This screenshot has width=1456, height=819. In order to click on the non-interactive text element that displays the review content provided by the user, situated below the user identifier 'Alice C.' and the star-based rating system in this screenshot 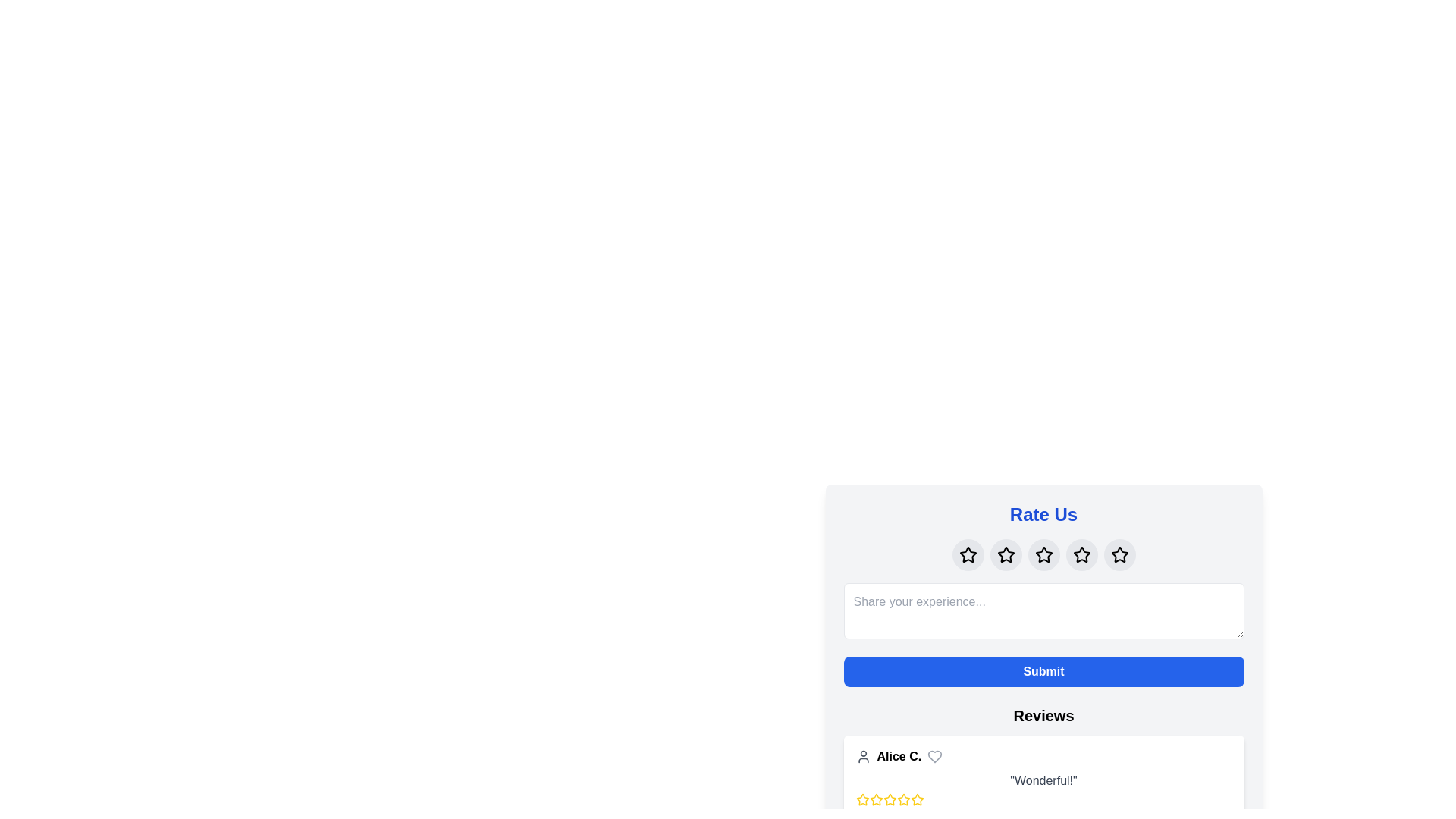, I will do `click(1043, 780)`.